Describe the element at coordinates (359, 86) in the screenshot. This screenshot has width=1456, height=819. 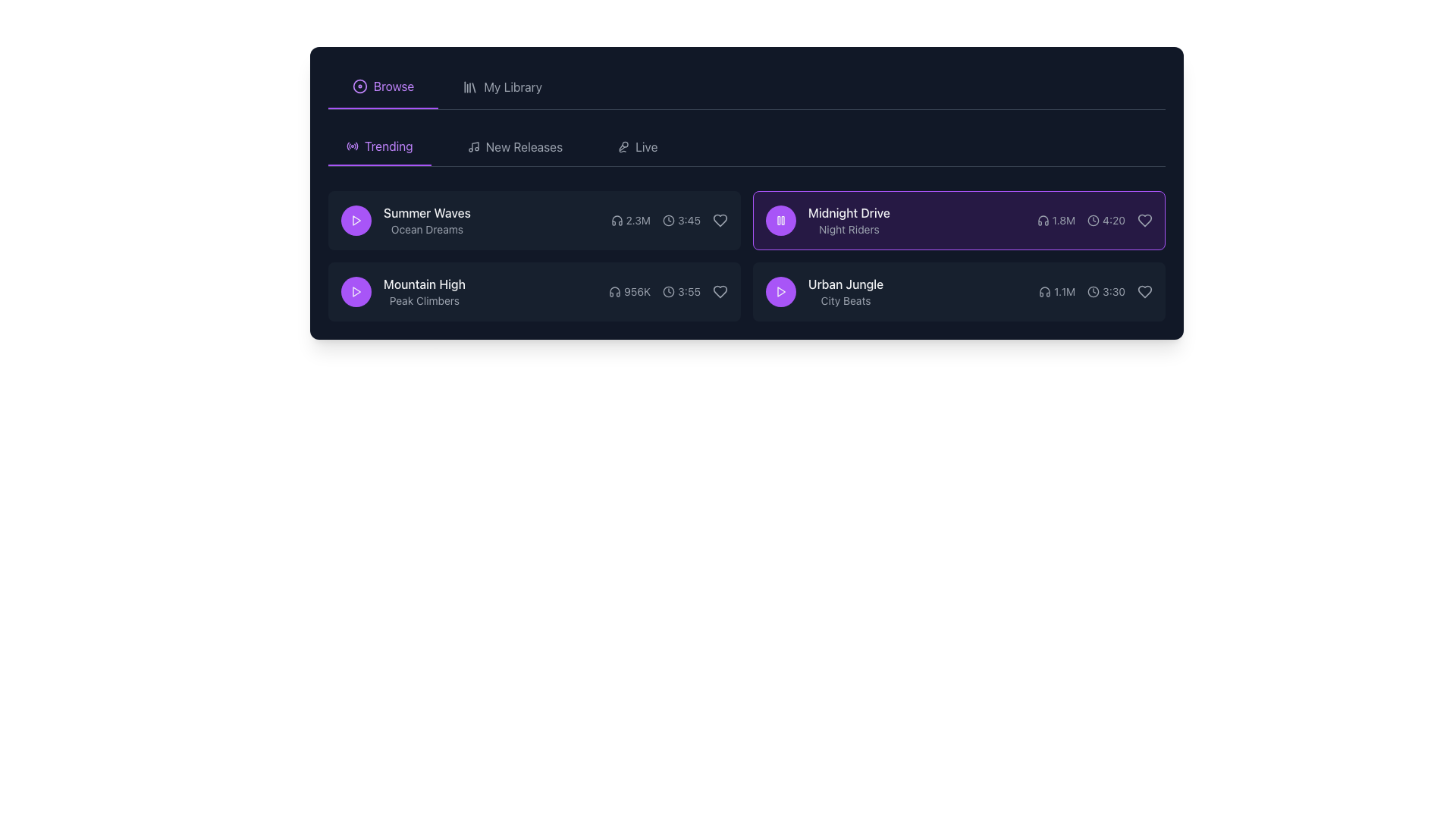
I see `the visual representation of the small circular purple icon located in the top-left corner of the interface, adjacent to the 'Browse' text` at that location.